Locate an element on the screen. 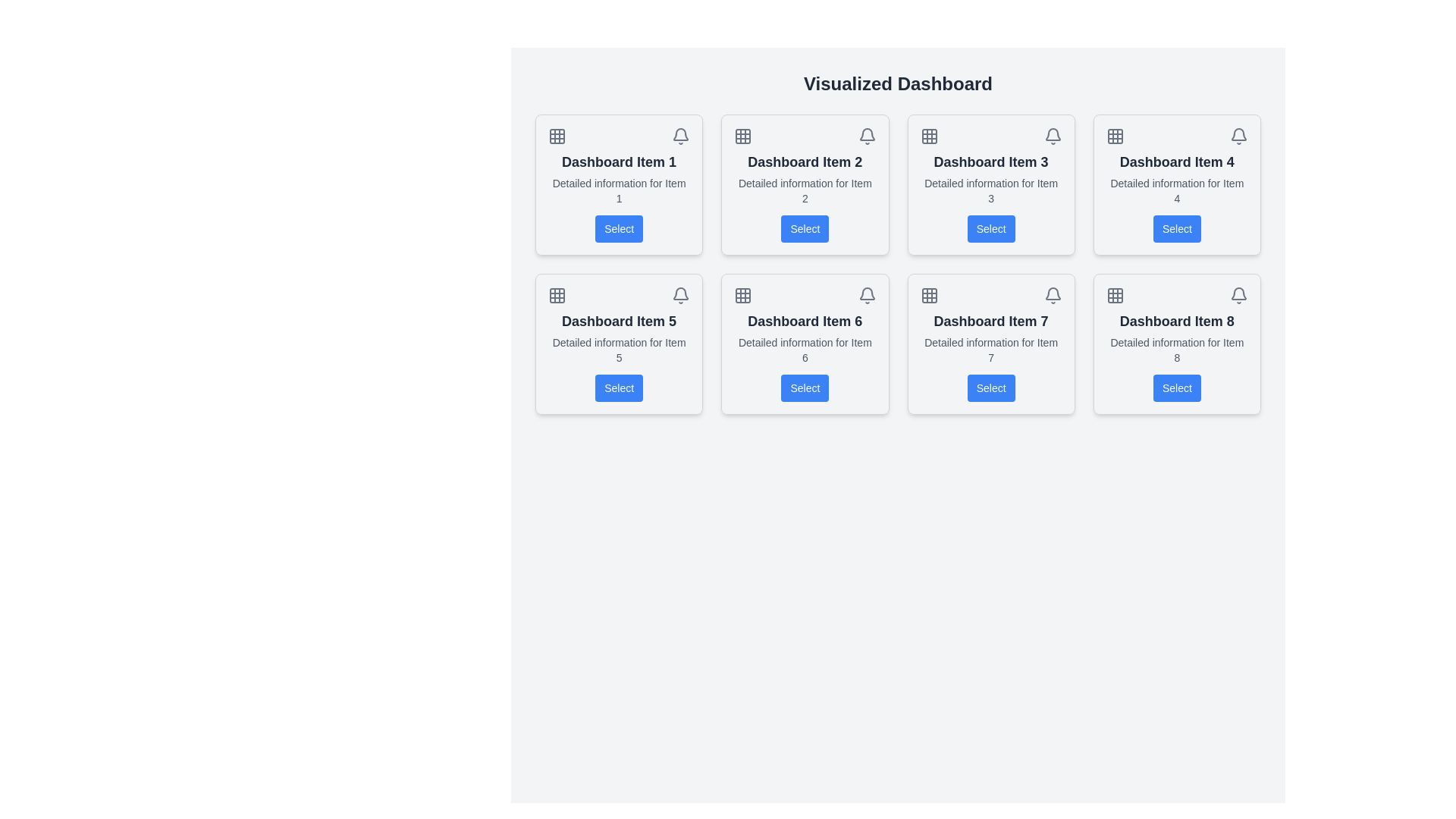 The height and width of the screenshot is (819, 1456). the Text Label styled as 'Dashboard Item 3', which is positioned at the top-center of the third dashboard module card is located at coordinates (991, 162).